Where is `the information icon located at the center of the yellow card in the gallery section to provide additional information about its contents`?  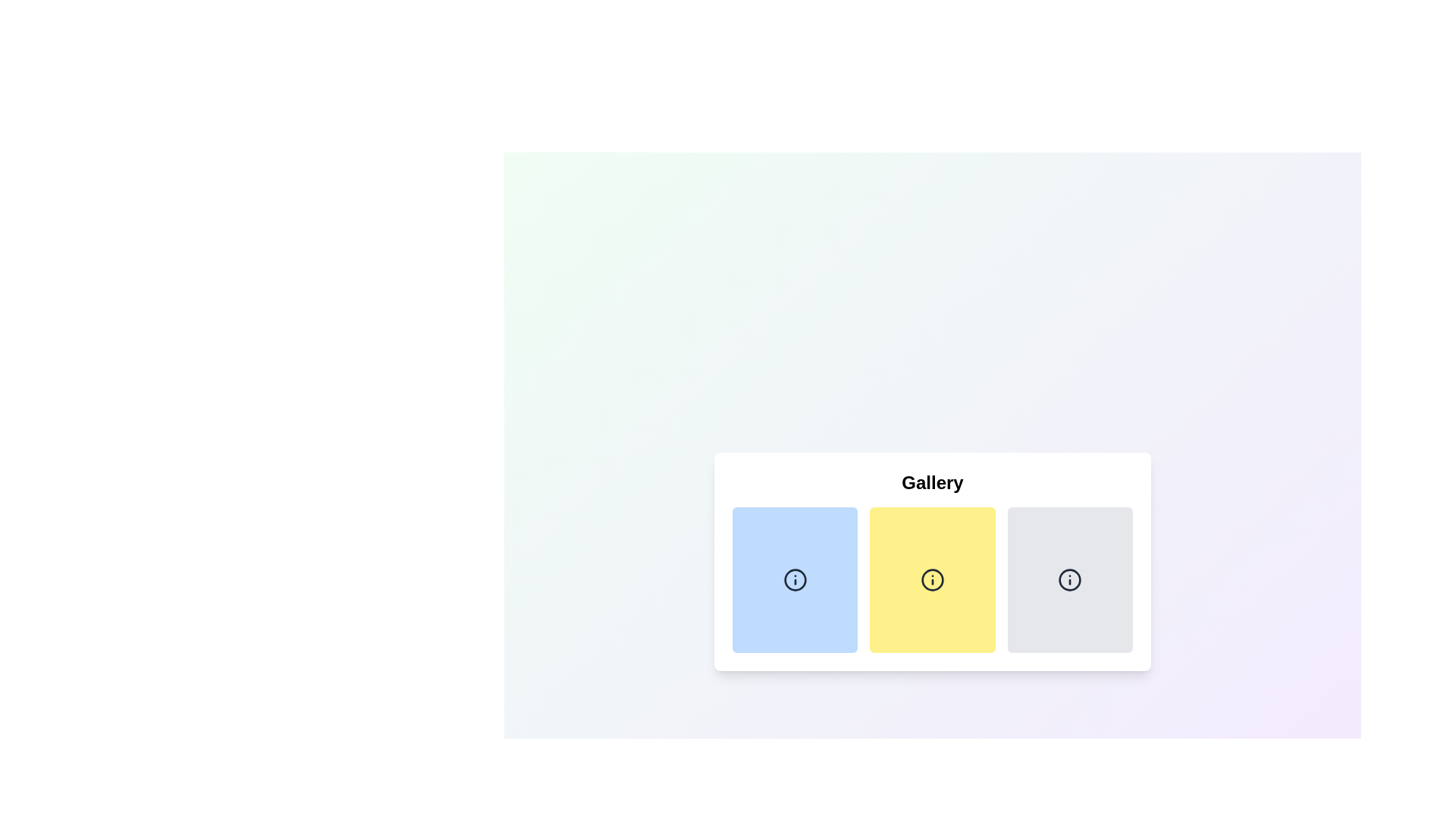
the information icon located at the center of the yellow card in the gallery section to provide additional information about its contents is located at coordinates (931, 579).